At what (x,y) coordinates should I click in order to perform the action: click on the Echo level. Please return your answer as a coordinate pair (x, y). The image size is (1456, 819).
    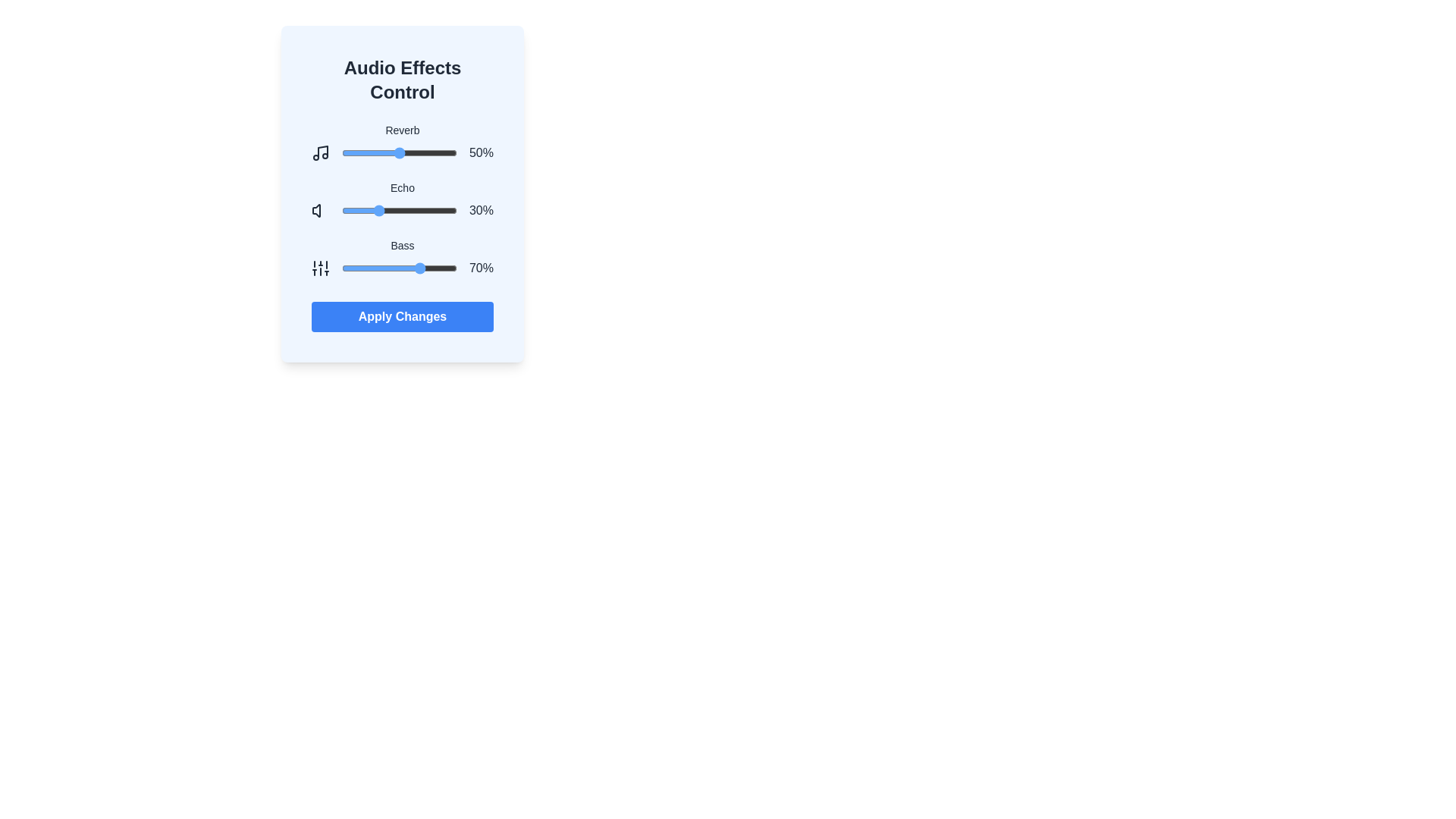
    Looking at the image, I should click on (341, 210).